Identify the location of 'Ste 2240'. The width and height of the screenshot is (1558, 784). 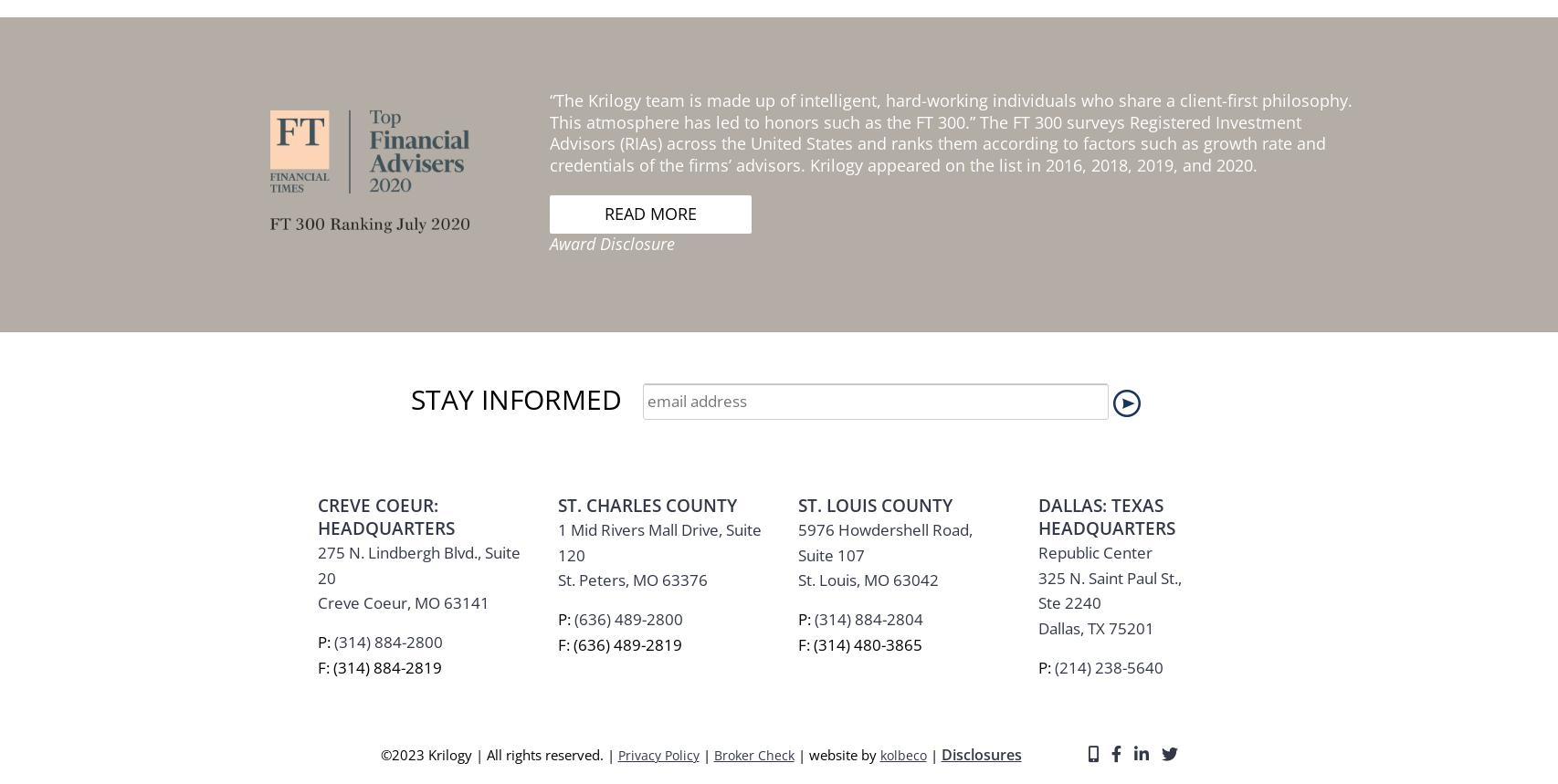
(1068, 121).